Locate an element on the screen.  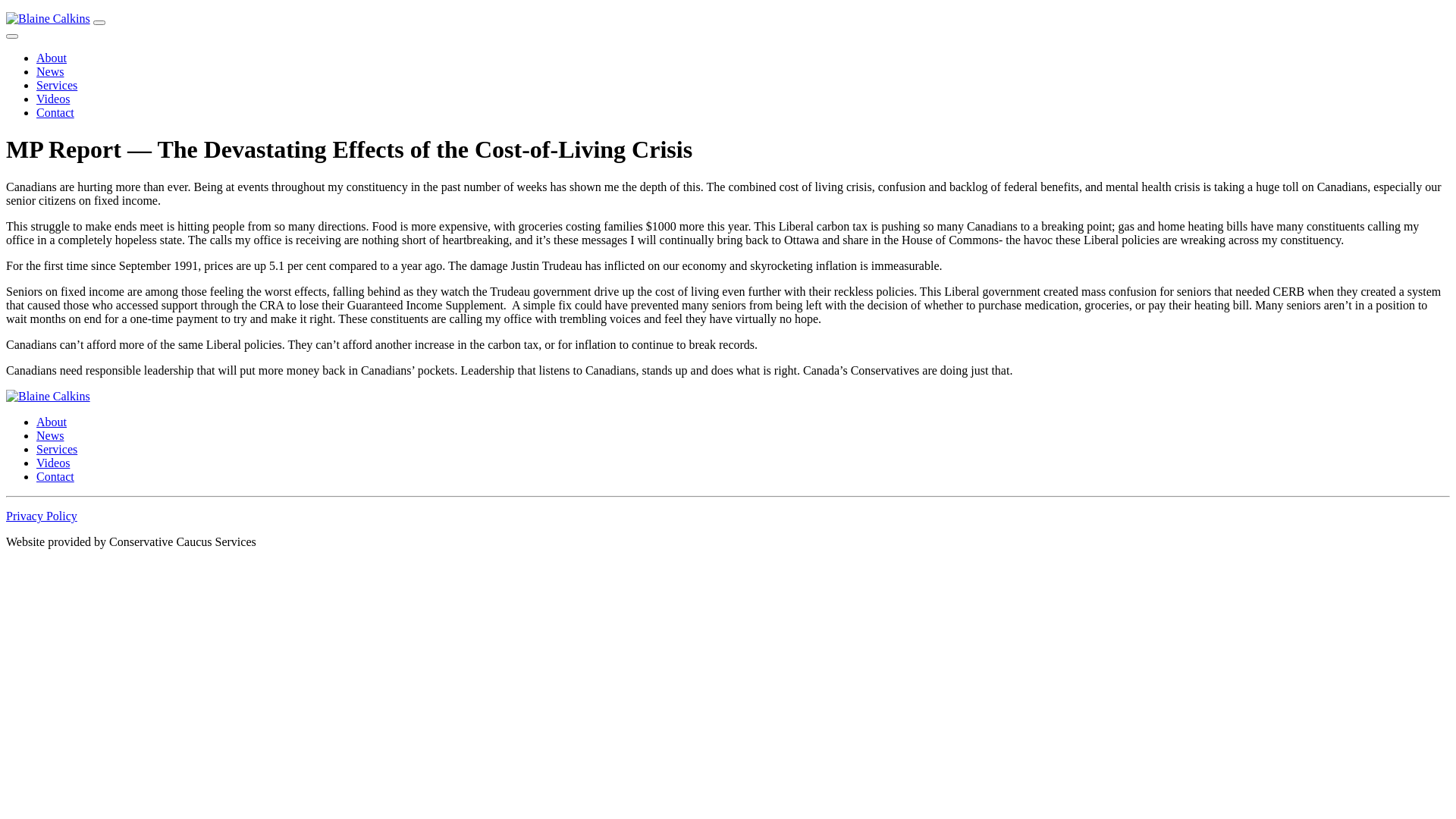
'About' is located at coordinates (51, 57).